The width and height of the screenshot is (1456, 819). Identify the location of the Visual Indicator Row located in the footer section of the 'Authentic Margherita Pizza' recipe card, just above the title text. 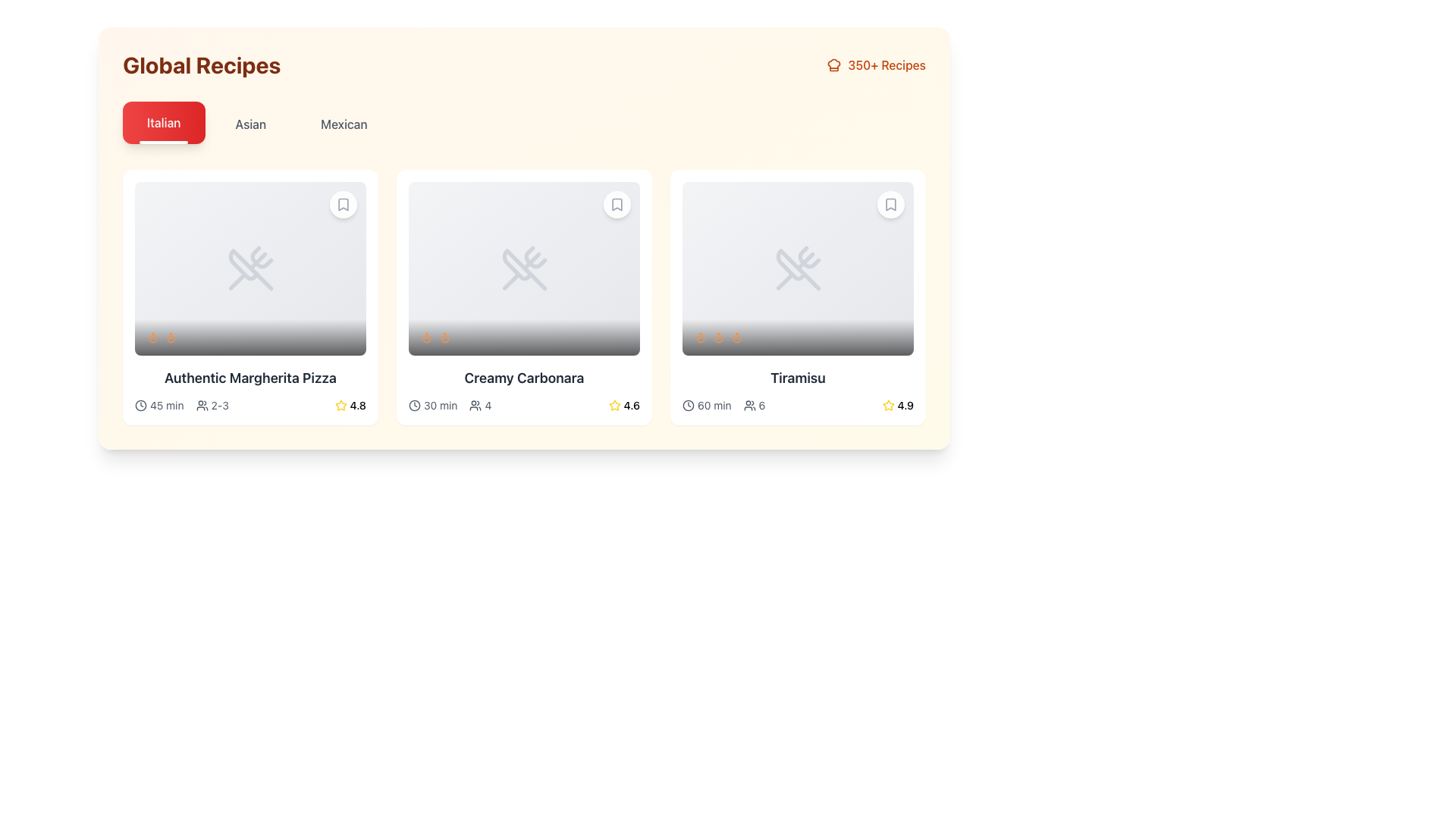
(250, 336).